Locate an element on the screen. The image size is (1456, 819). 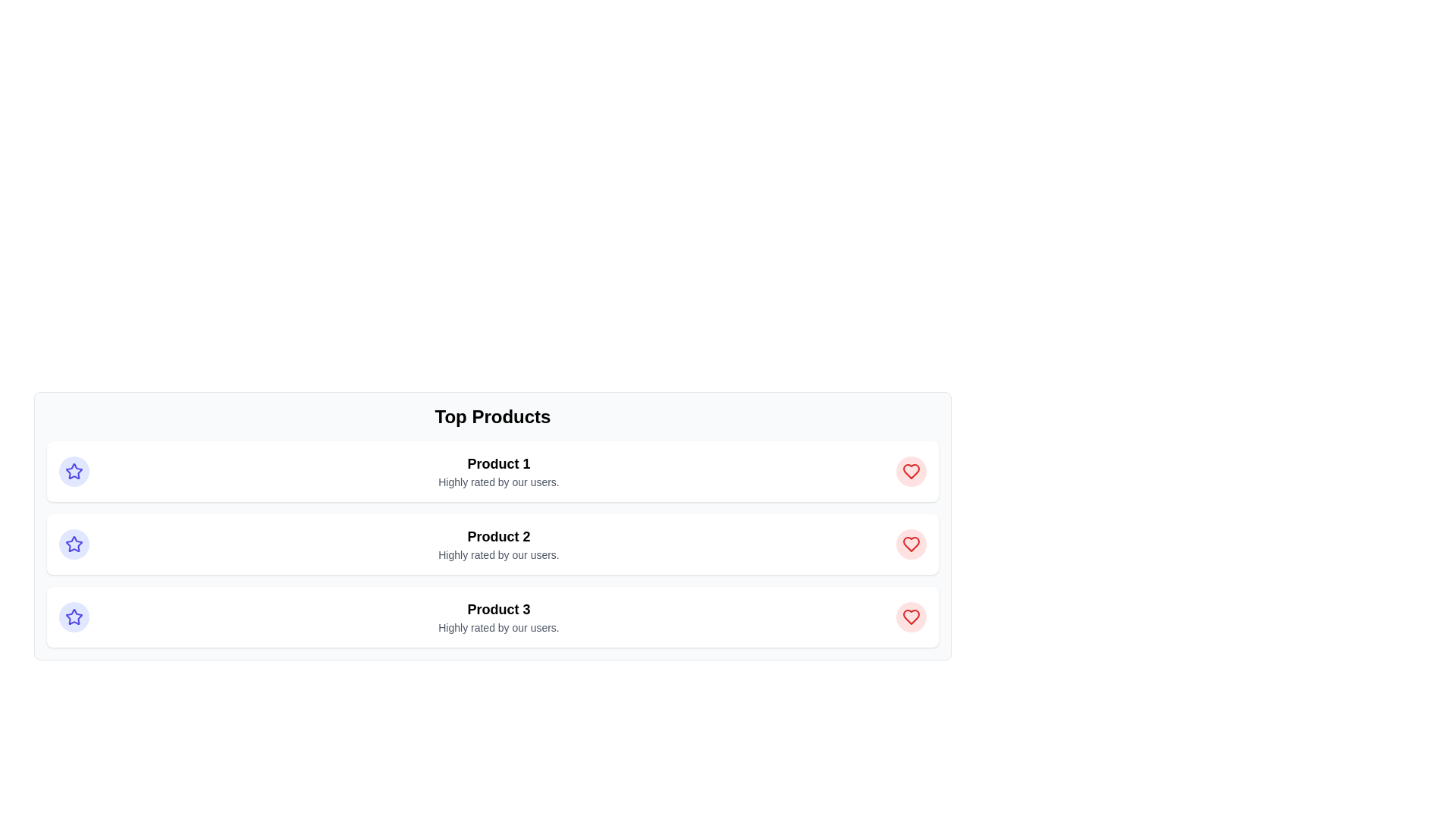
the text block that displays 'Product 3' with the statement 'Highly rated by our users.' in the third card of the 'Top Products' list is located at coordinates (498, 617).